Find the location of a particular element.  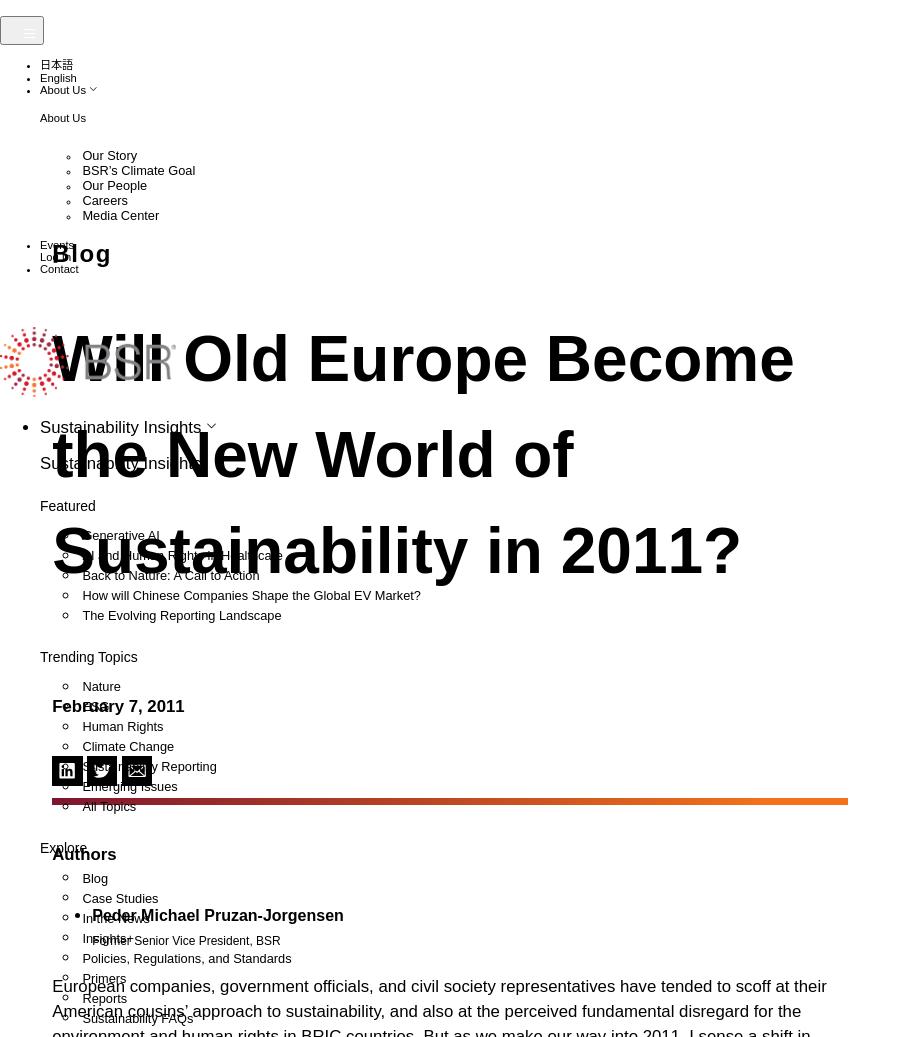

'Blog' is located at coordinates (101, 948).